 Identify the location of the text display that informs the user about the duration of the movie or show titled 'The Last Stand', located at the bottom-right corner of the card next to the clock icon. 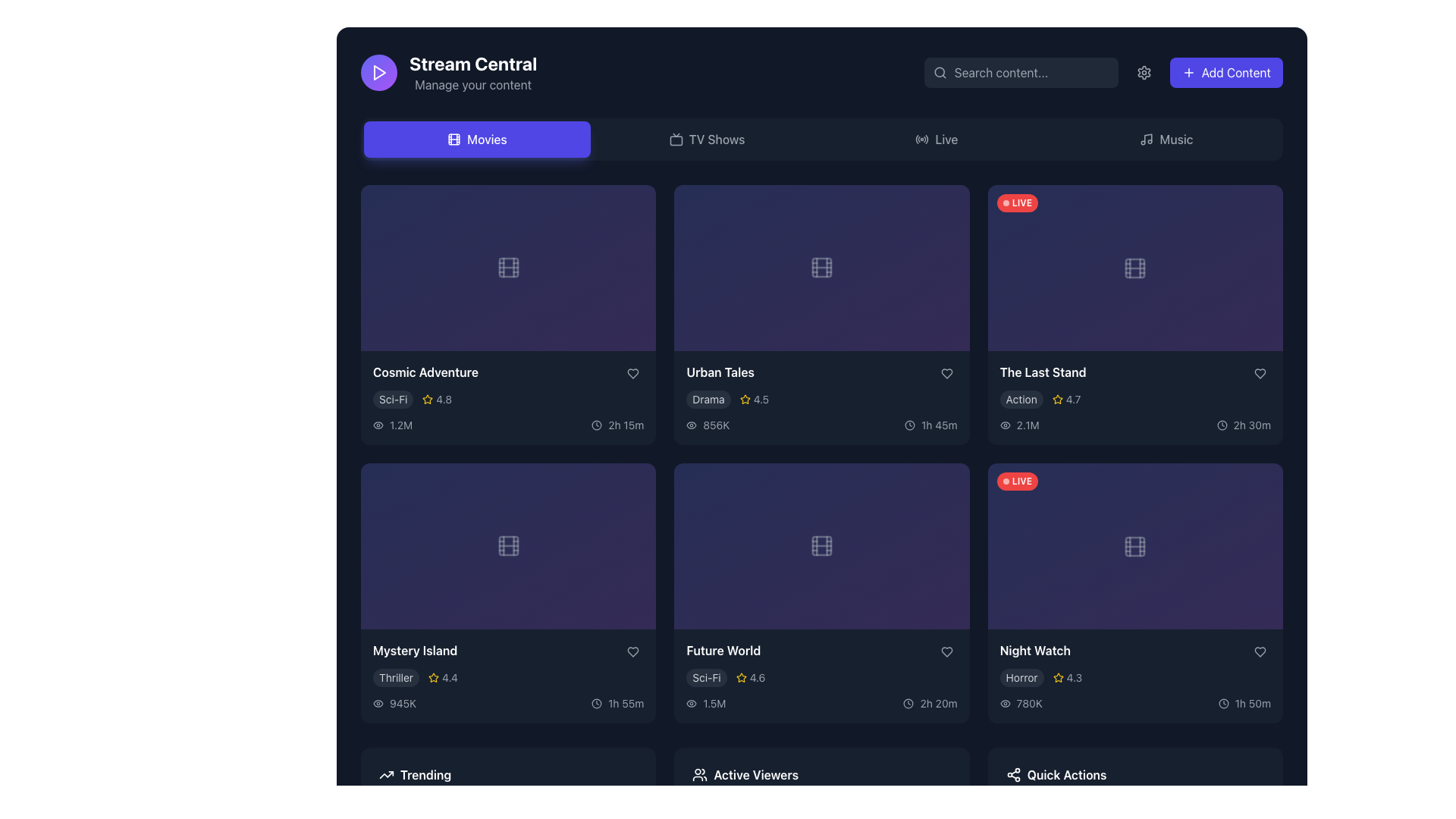
(1252, 425).